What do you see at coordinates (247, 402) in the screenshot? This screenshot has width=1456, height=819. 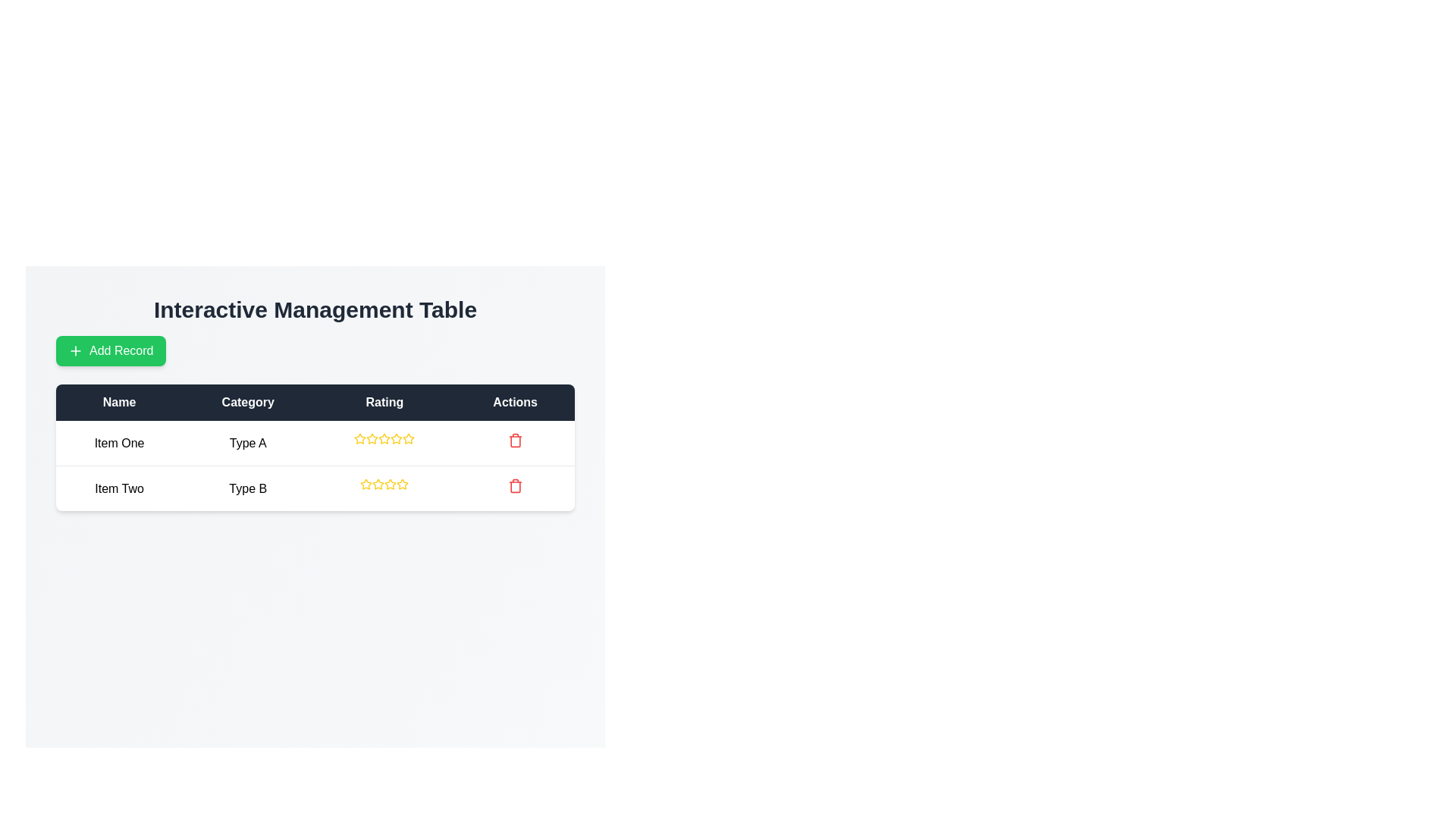 I see `the header cell for the 'Category' column in the Interactive Management Table to sort the data by category` at bounding box center [247, 402].